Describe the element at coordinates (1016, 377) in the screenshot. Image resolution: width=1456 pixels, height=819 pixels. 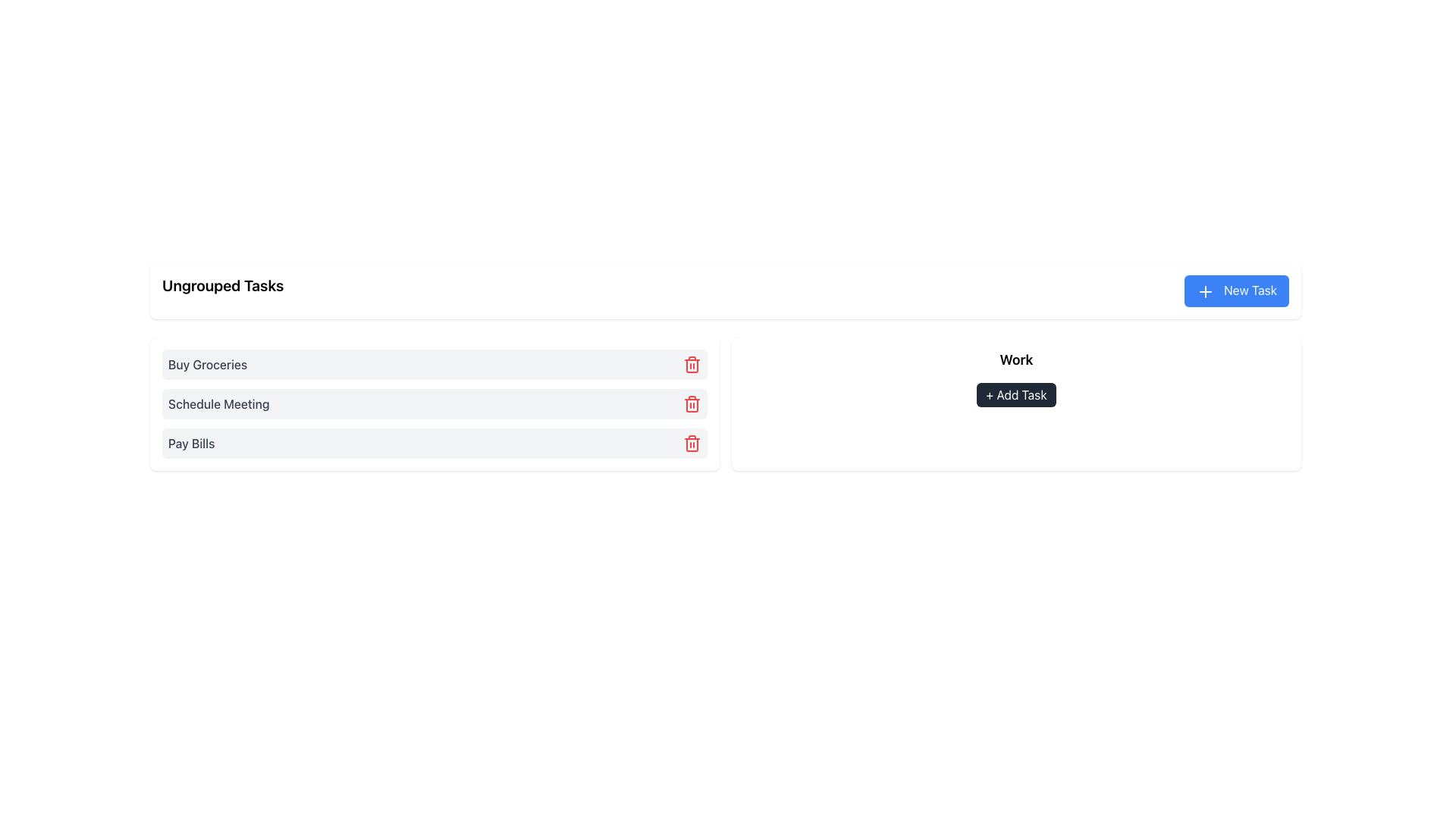
I see `the '+ Add Task' button, which is a rectangular button with rounded corners located below the heading 'Work'` at that location.